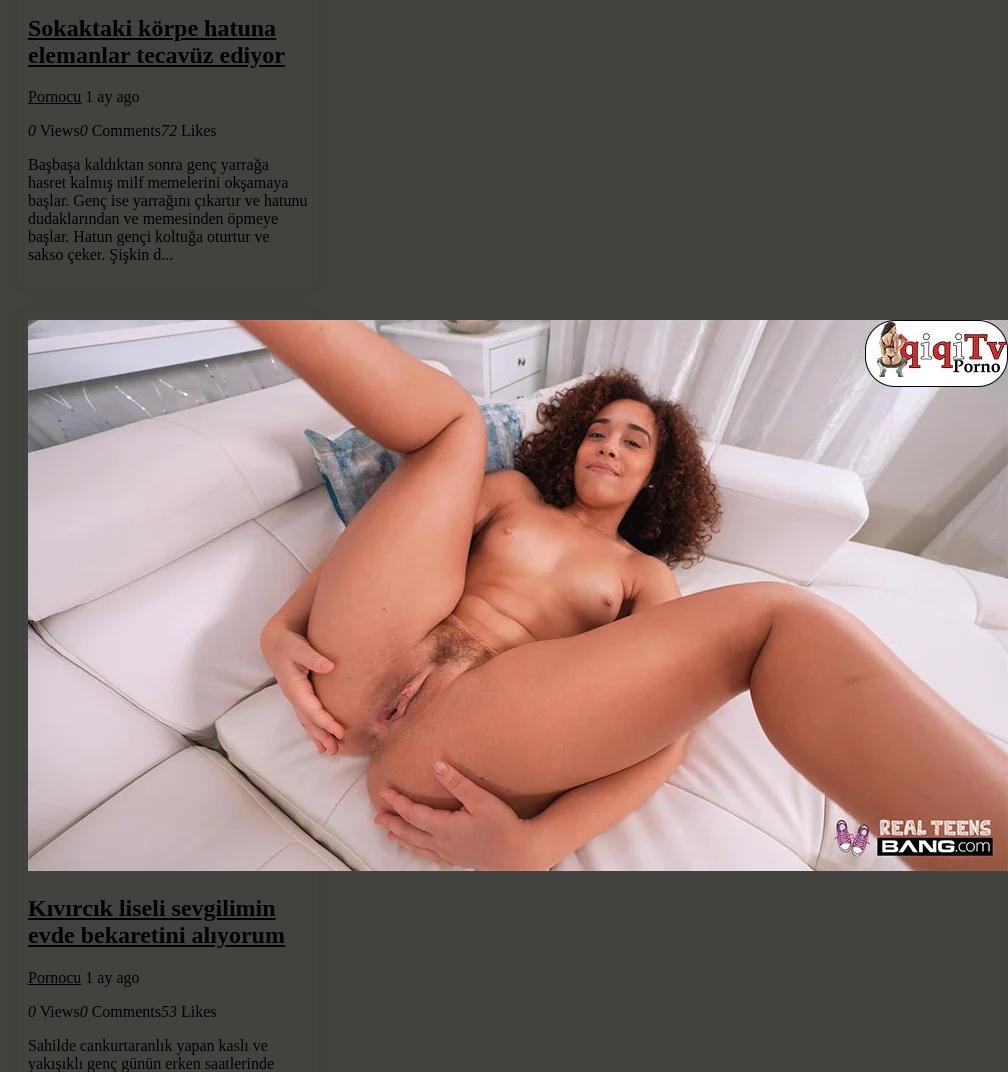  What do you see at coordinates (28, 921) in the screenshot?
I see `'Kıvırcık liseli sevgilimin evde bekaretini alıyorum'` at bounding box center [28, 921].